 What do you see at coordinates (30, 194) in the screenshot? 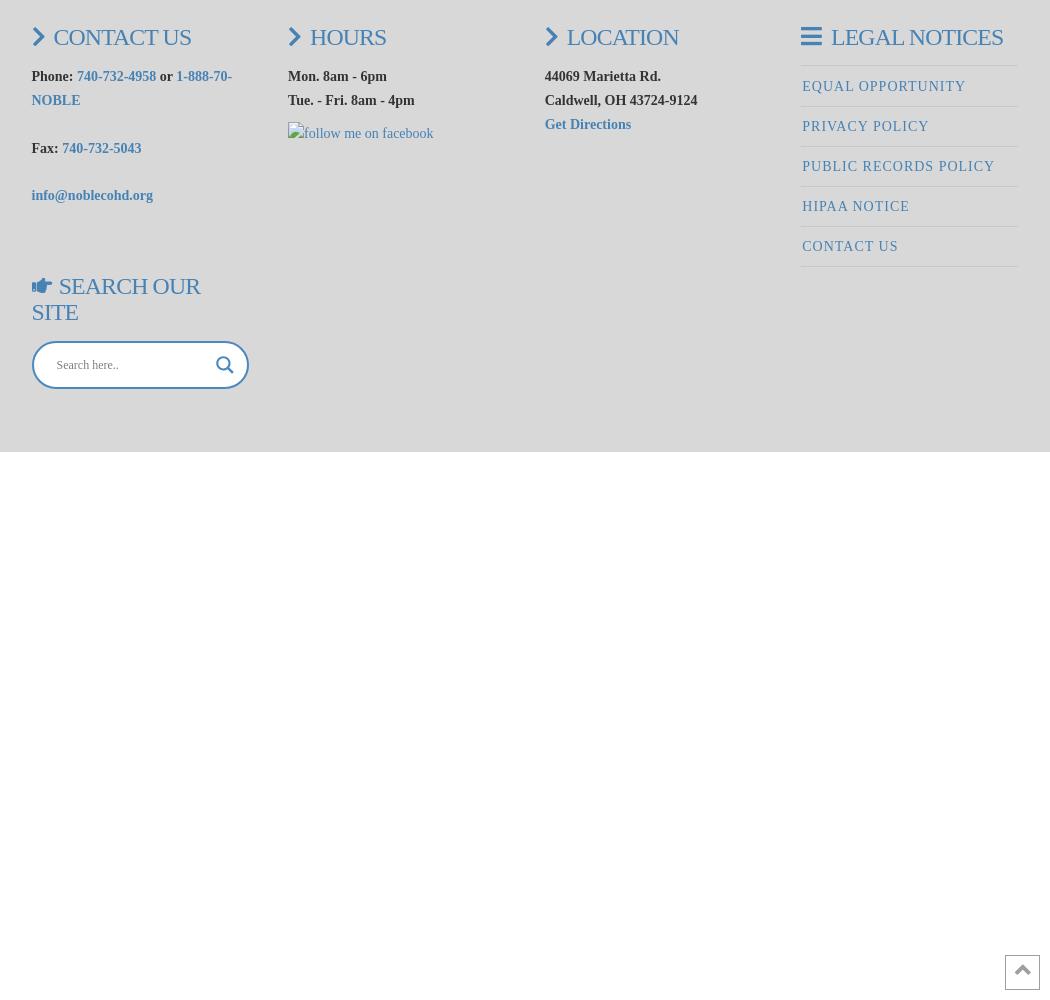
I see `'info@noblecohd.org'` at bounding box center [30, 194].